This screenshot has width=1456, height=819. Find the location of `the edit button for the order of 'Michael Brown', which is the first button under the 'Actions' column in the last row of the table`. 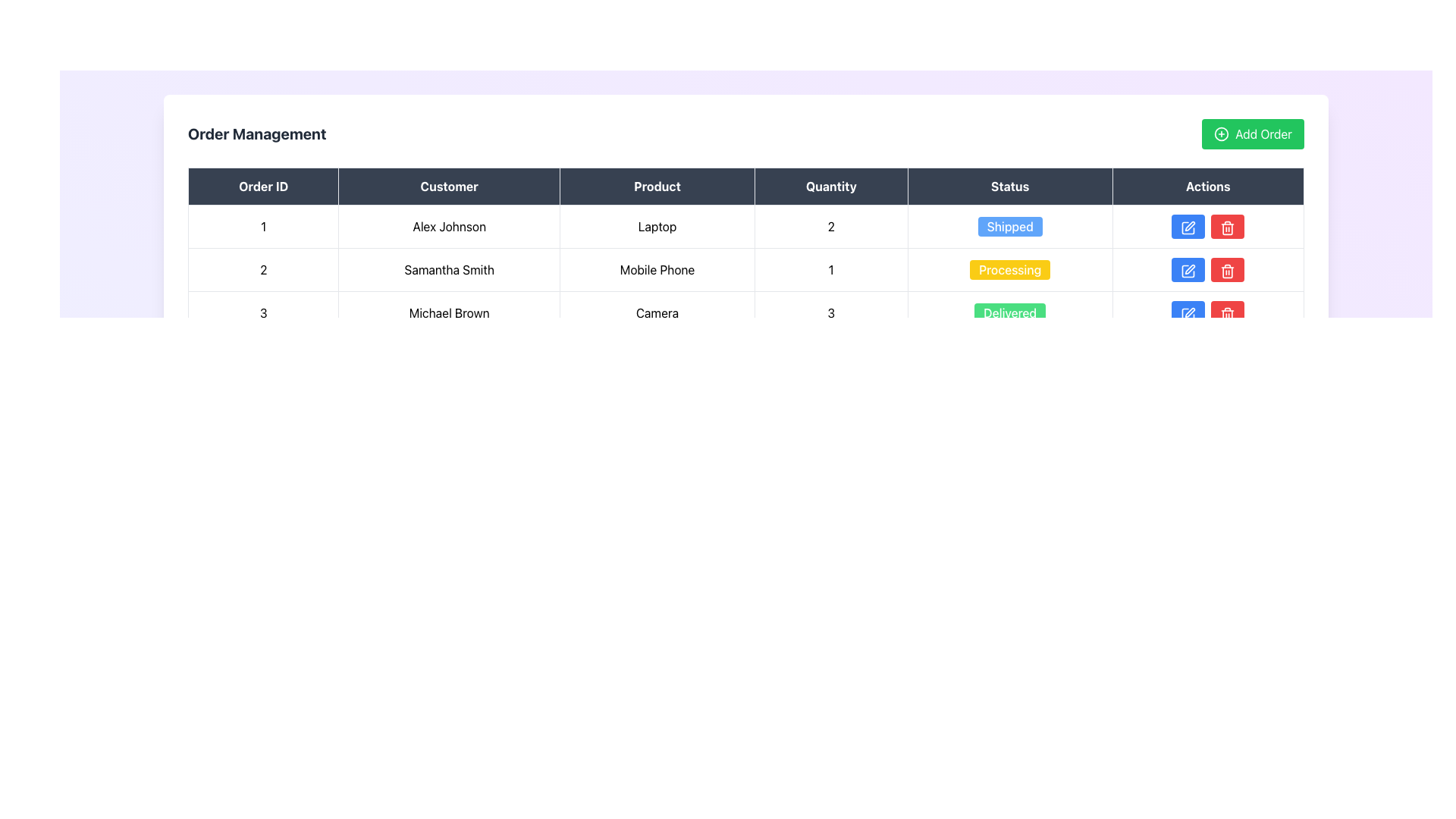

the edit button for the order of 'Michael Brown', which is the first button under the 'Actions' column in the last row of the table is located at coordinates (1187, 312).